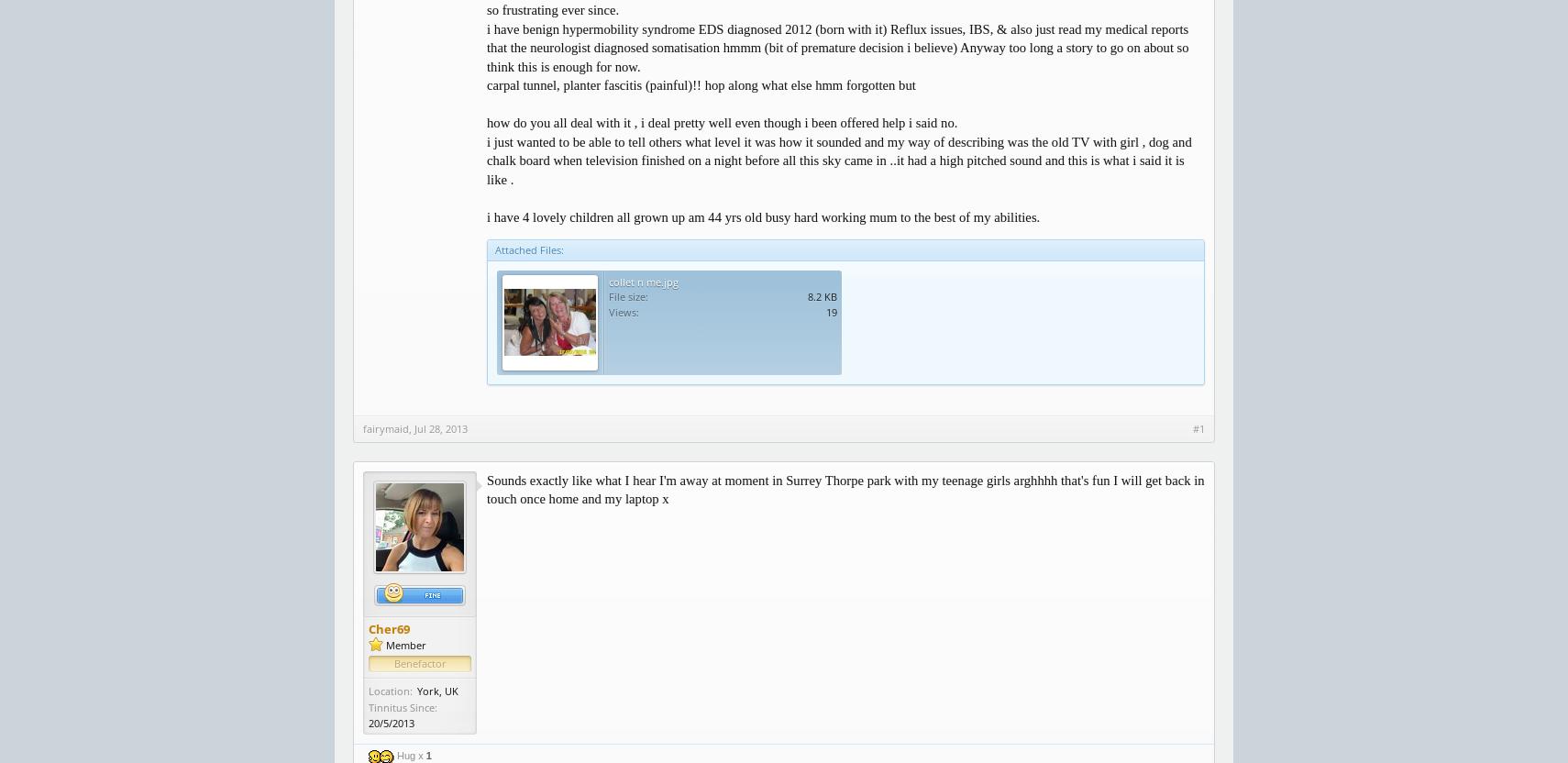  What do you see at coordinates (414, 427) in the screenshot?
I see `'Jul 28, 2013'` at bounding box center [414, 427].